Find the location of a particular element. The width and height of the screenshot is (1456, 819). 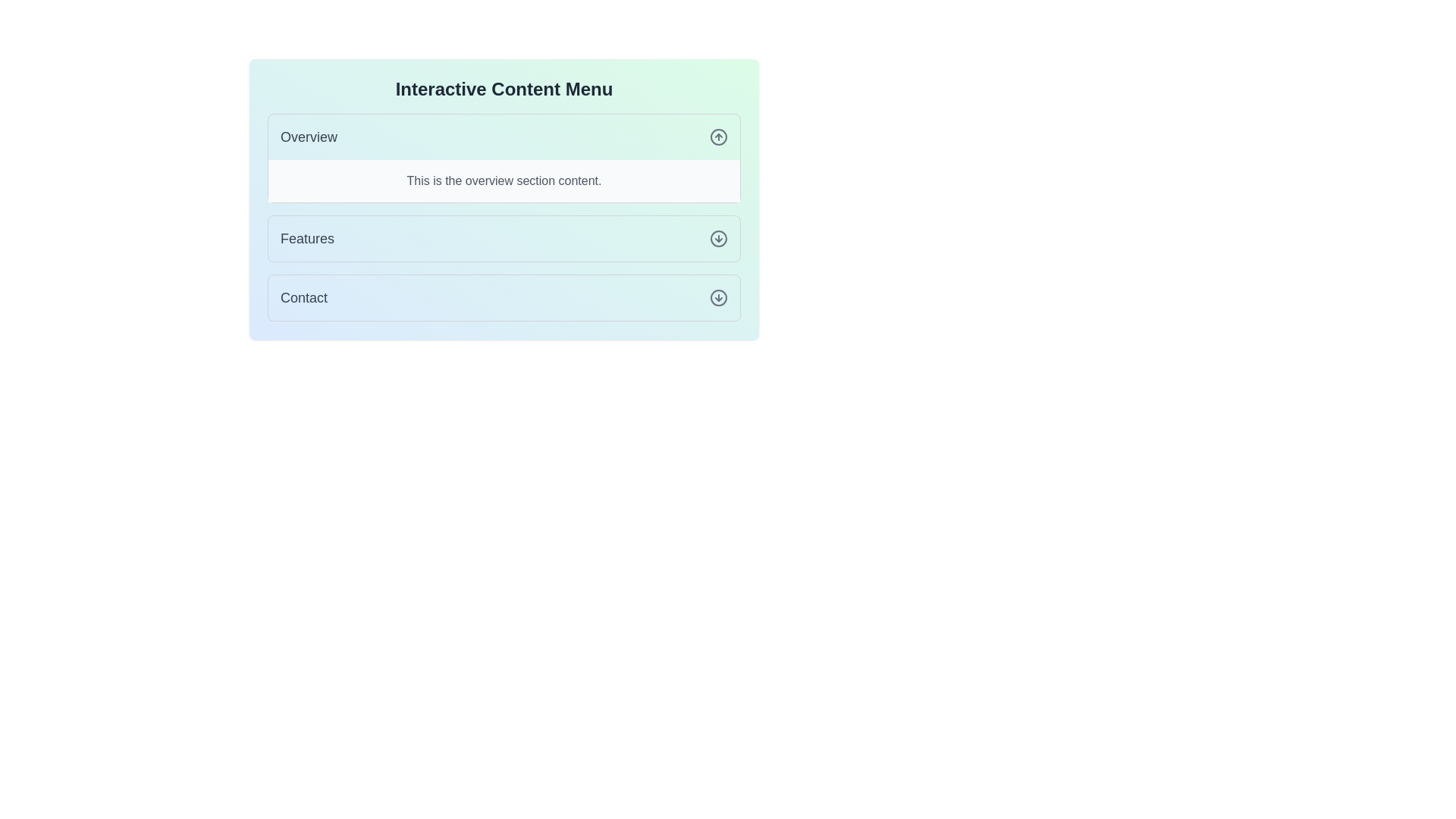

the 'Contact' button in the vertical list is located at coordinates (504, 298).